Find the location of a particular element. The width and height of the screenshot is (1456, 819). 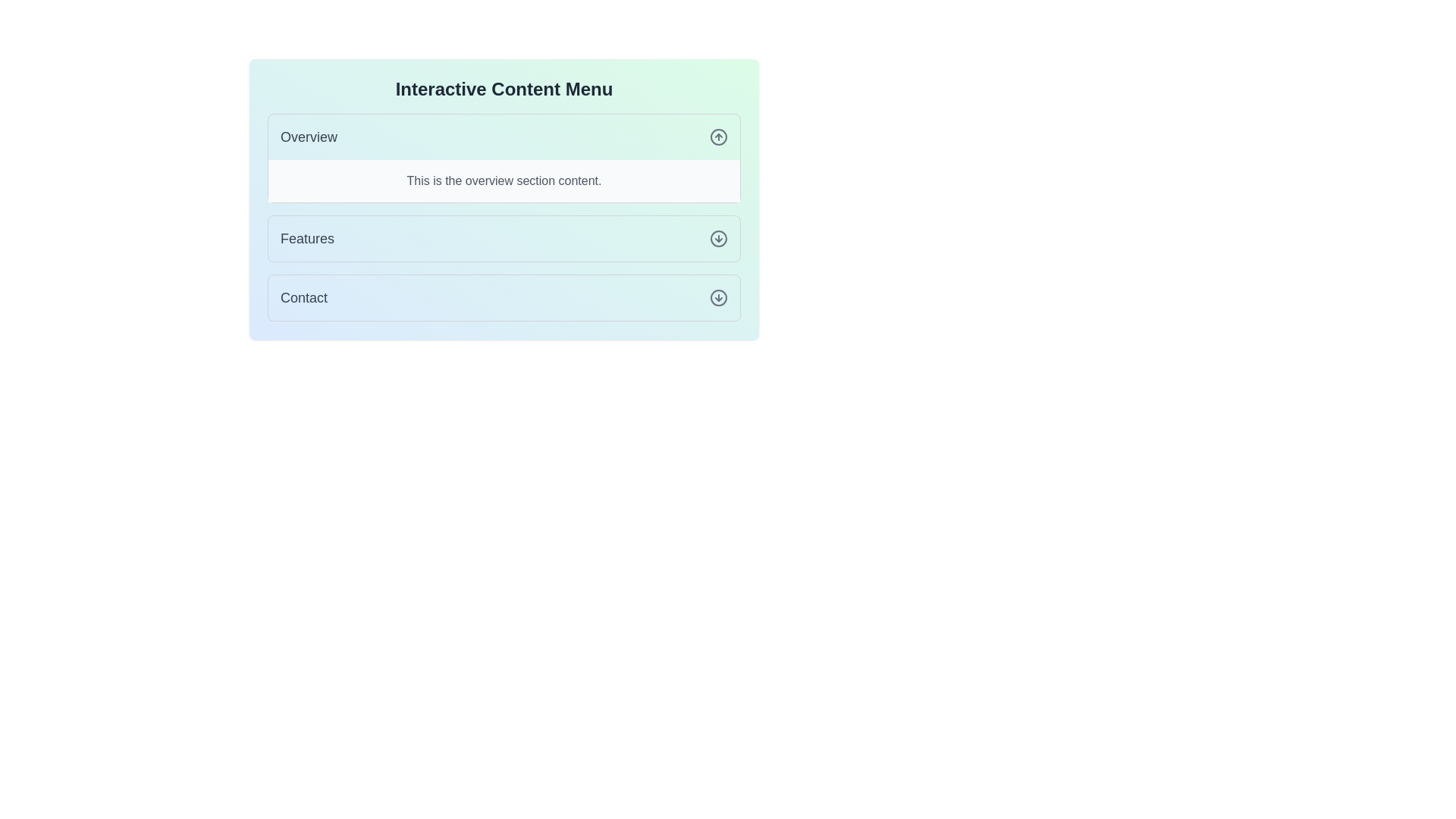

the 'Contact' button in the vertical list is located at coordinates (504, 298).